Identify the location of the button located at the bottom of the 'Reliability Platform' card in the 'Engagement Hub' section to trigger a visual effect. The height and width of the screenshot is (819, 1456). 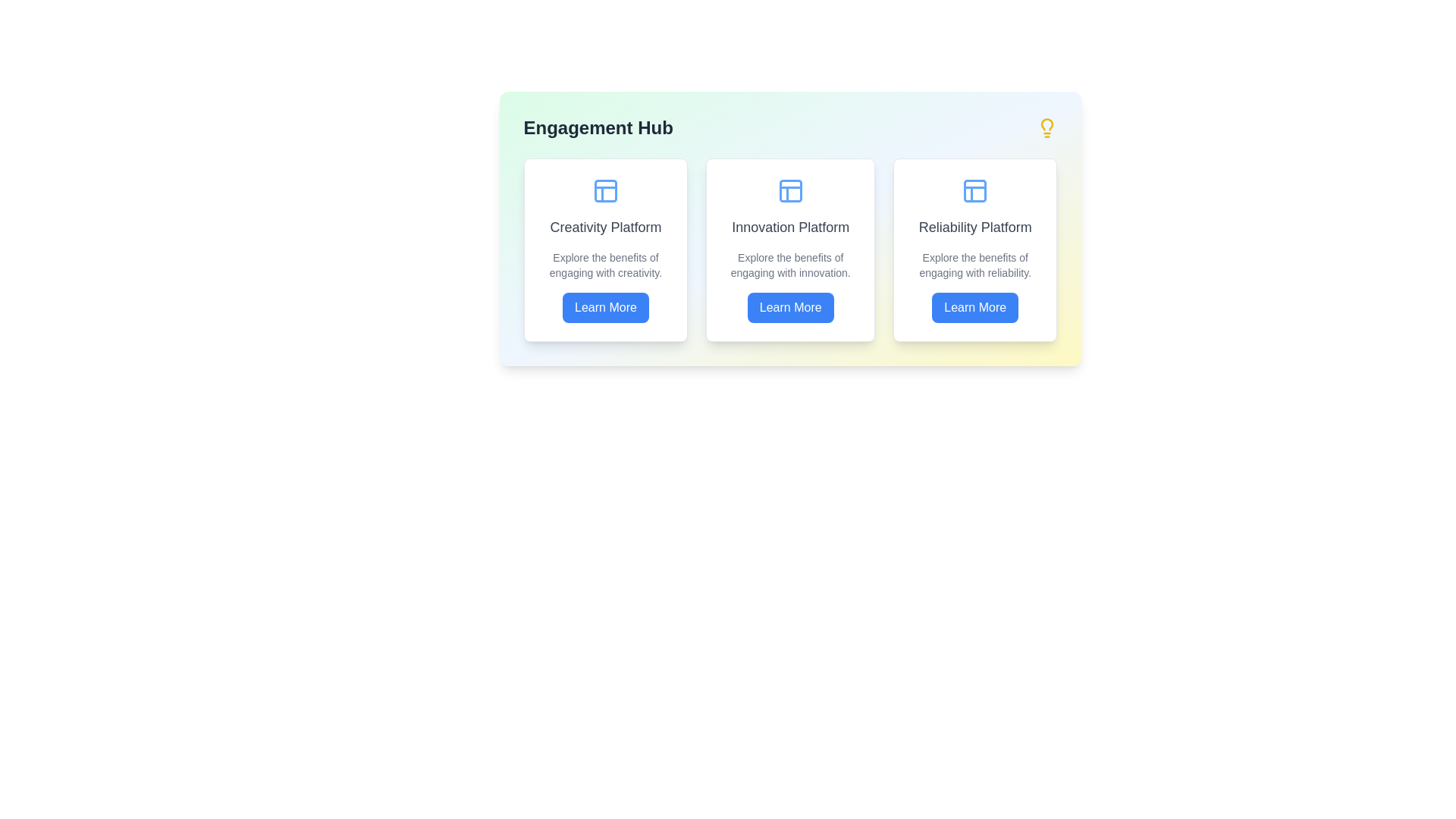
(975, 307).